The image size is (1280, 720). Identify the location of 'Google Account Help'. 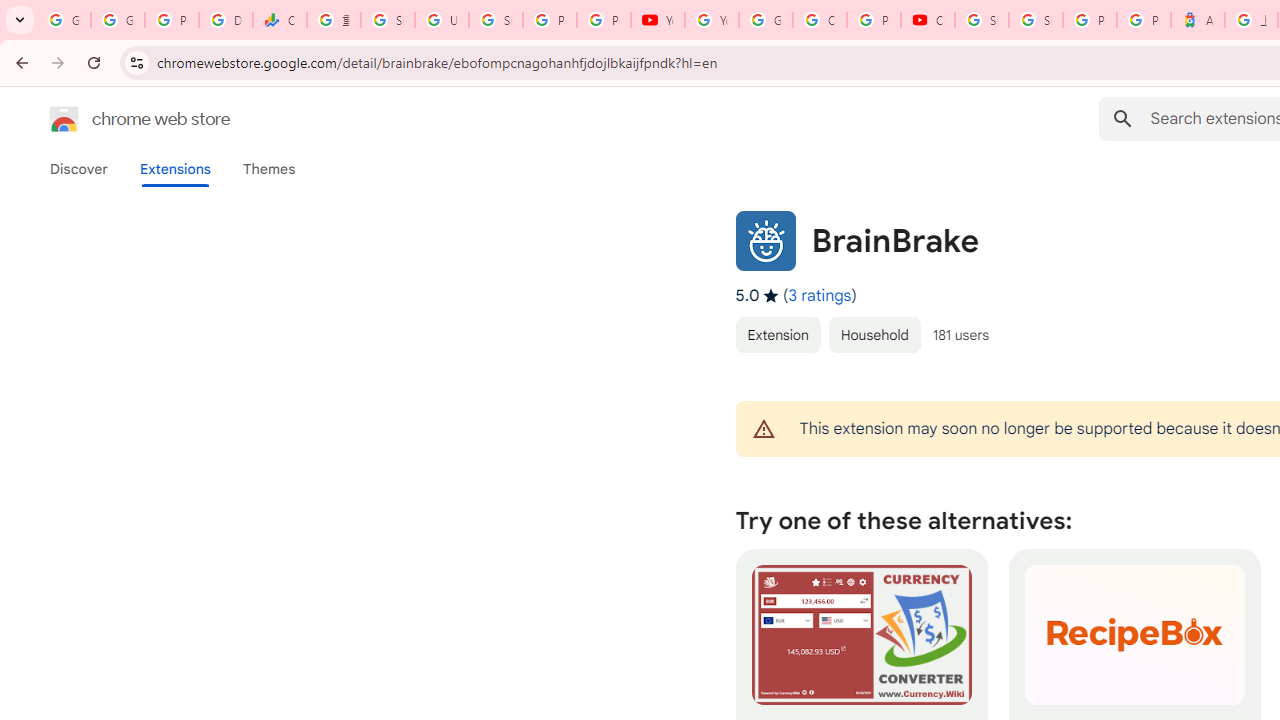
(765, 20).